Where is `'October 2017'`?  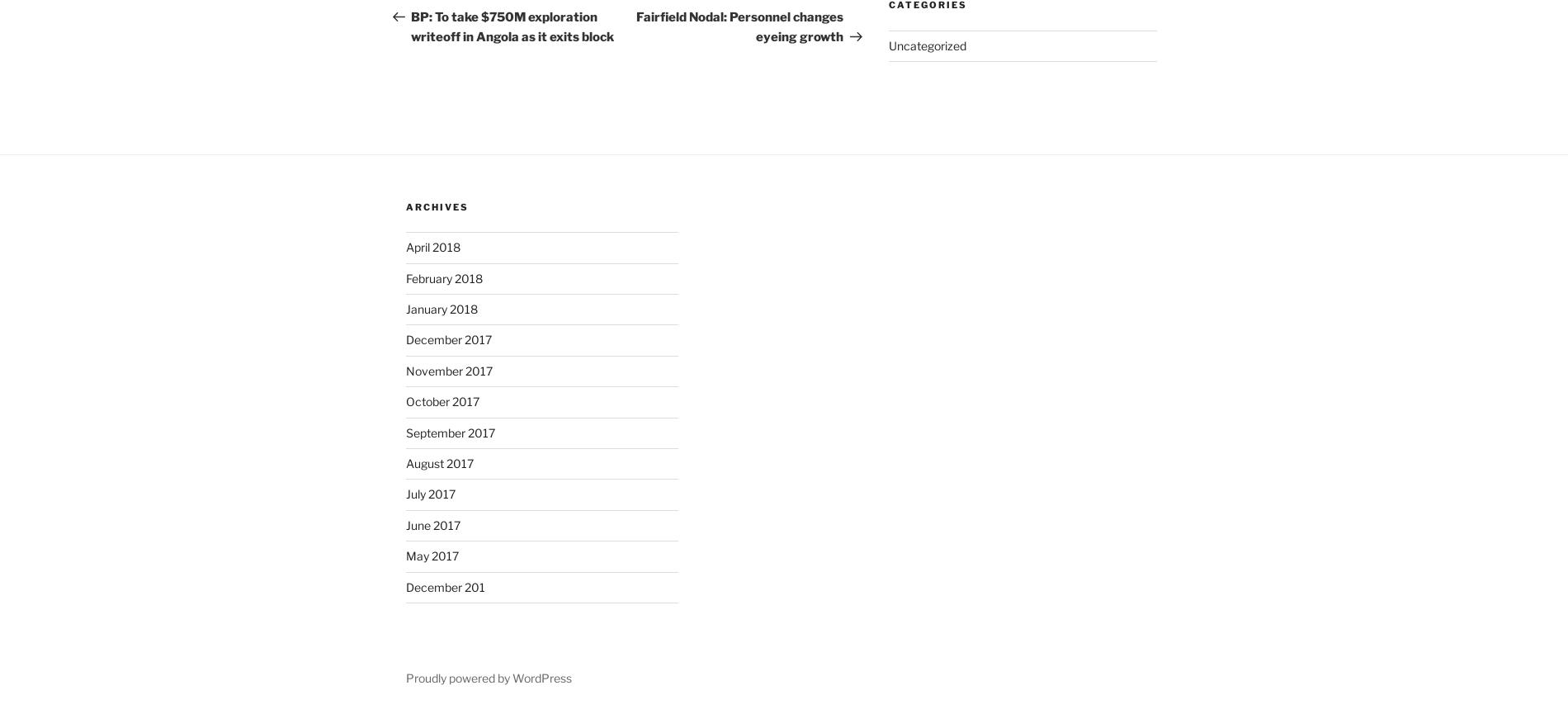
'October 2017' is located at coordinates (442, 400).